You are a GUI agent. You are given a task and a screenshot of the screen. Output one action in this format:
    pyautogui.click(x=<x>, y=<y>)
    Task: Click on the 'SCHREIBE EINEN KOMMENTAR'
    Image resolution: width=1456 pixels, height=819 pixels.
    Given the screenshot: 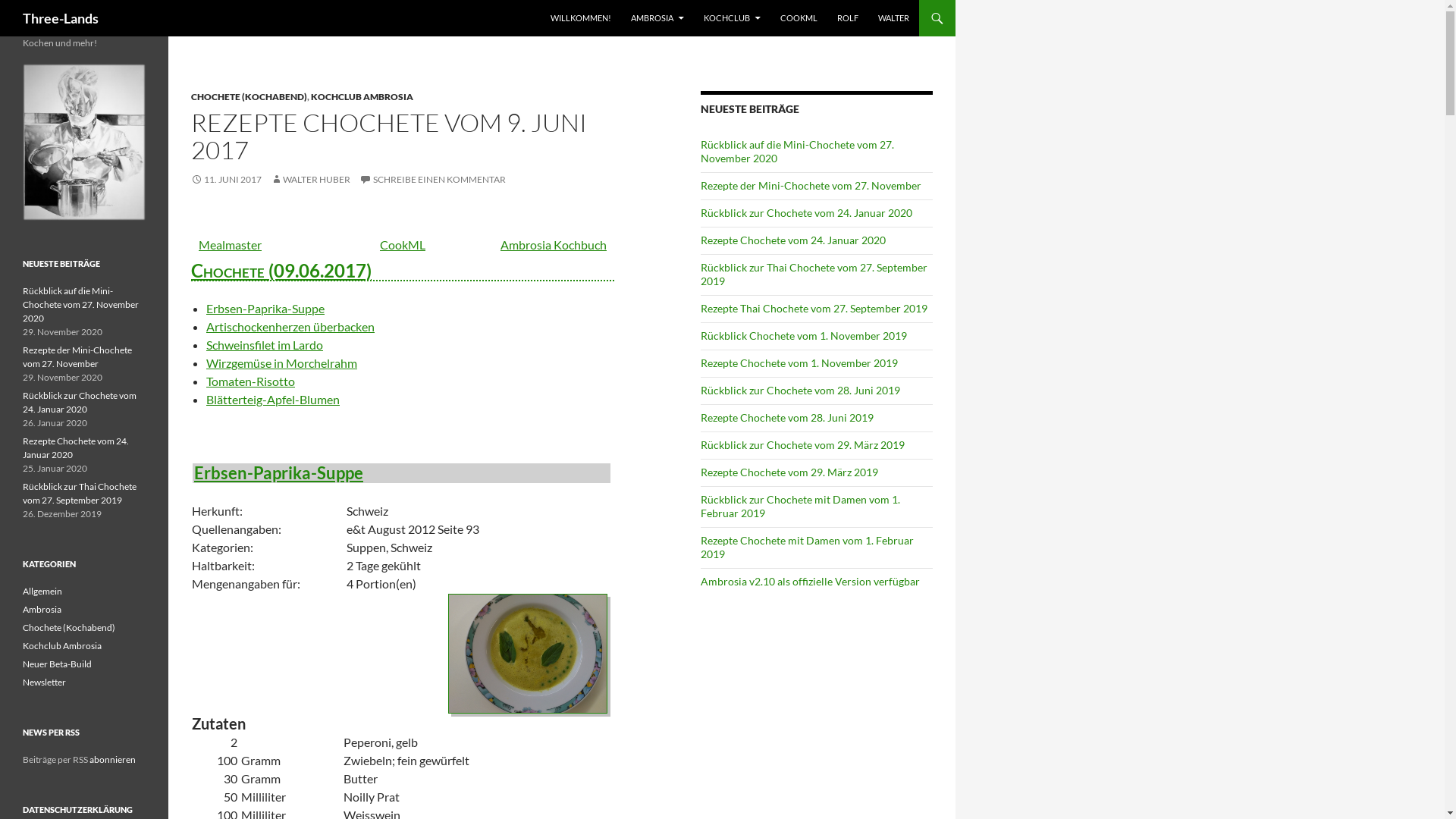 What is the action you would take?
    pyautogui.click(x=431, y=178)
    